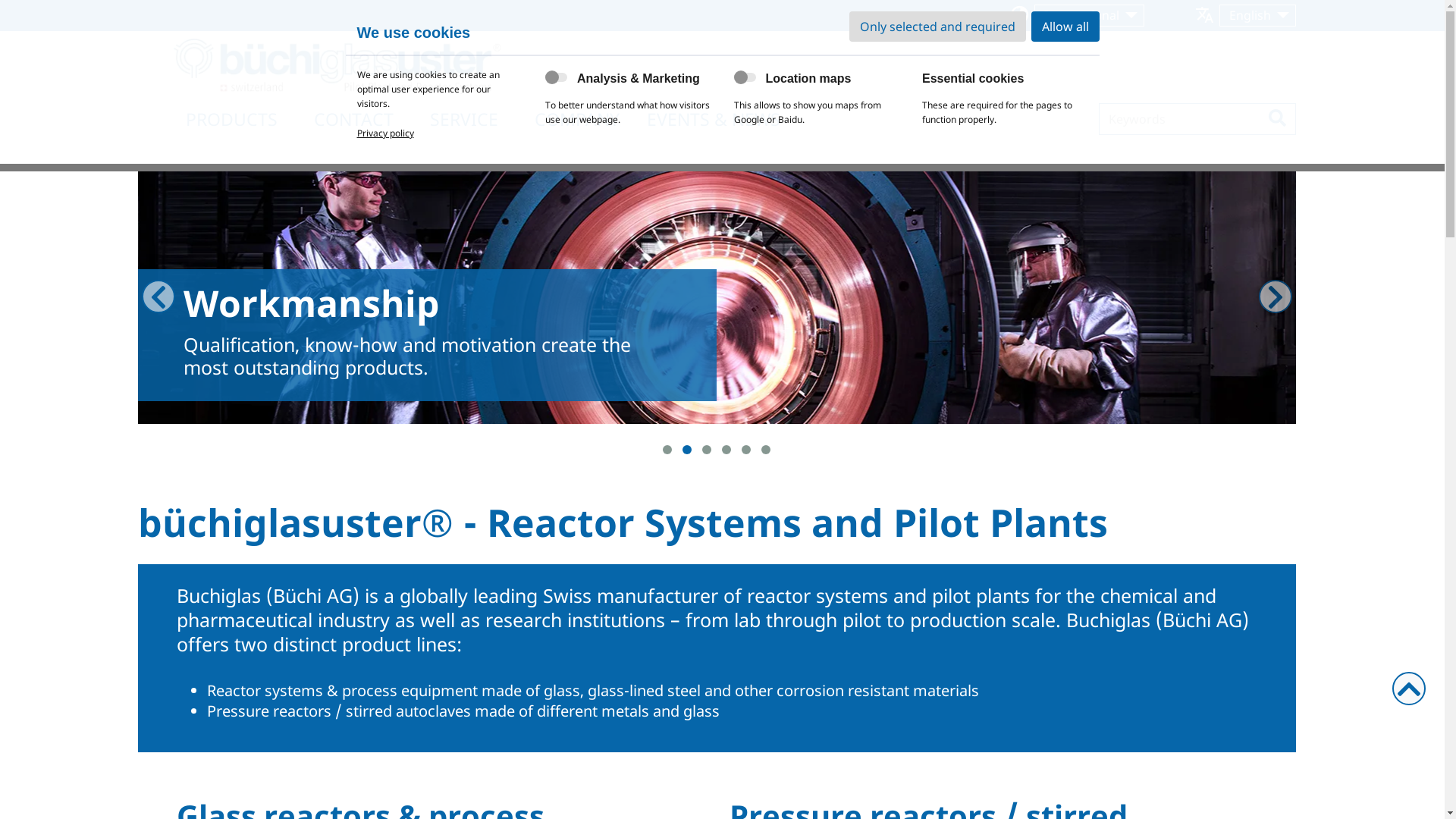  Describe the element at coordinates (1257, 14) in the screenshot. I see `'English'` at that location.